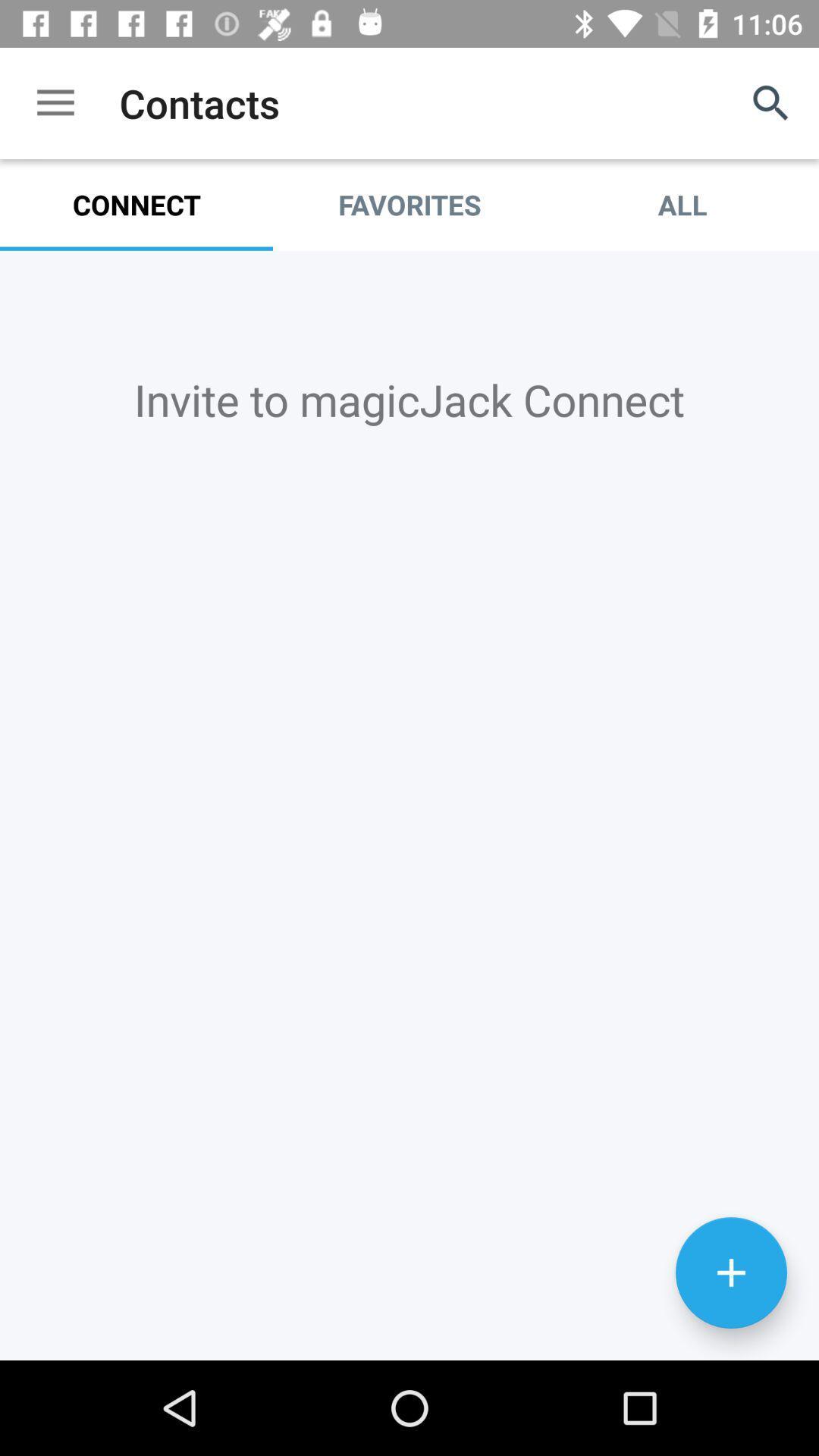 The image size is (819, 1456). What do you see at coordinates (730, 1272) in the screenshot?
I see `the icon at the bottom right corner` at bounding box center [730, 1272].